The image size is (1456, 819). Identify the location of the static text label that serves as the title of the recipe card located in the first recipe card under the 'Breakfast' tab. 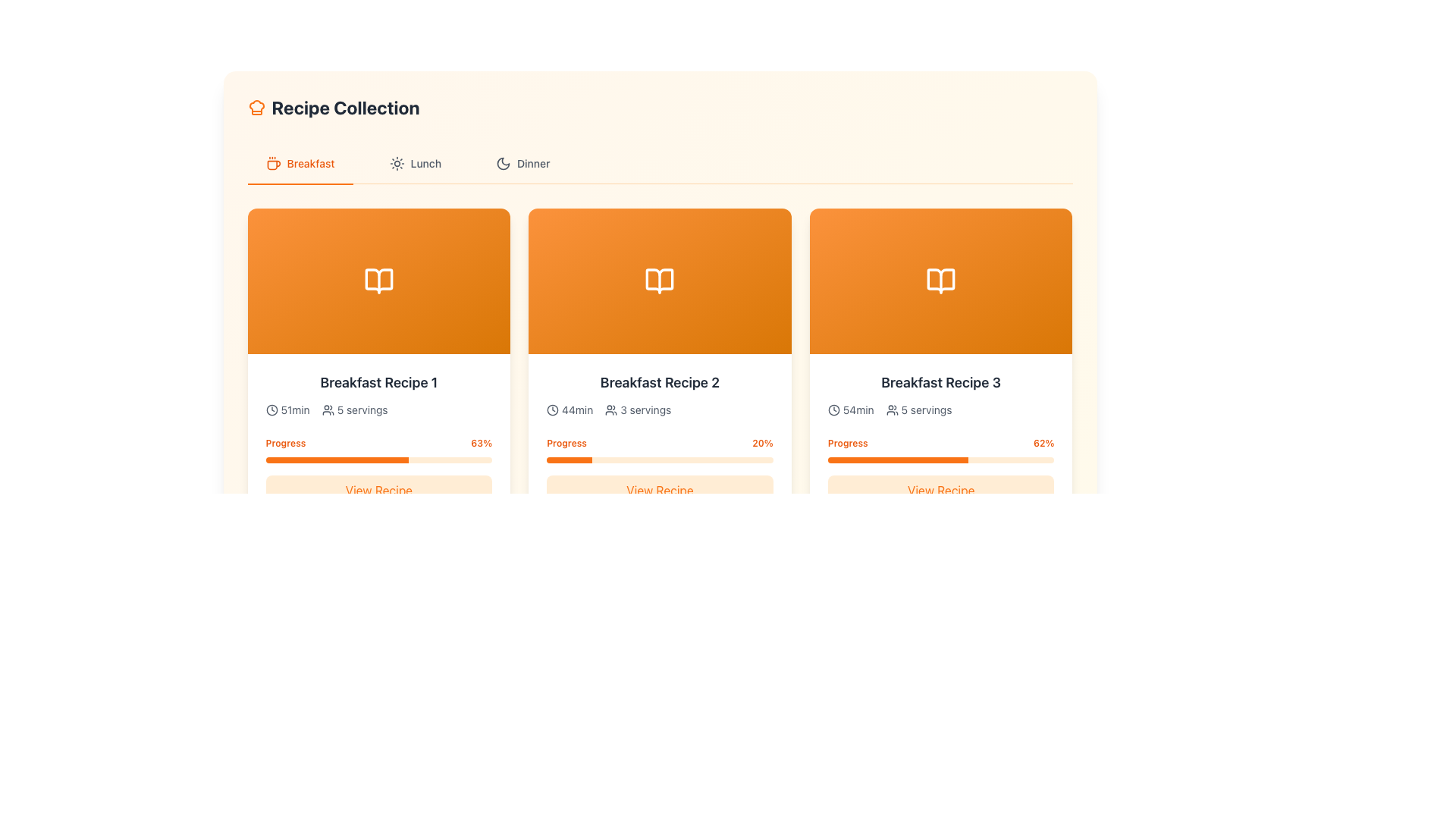
(378, 382).